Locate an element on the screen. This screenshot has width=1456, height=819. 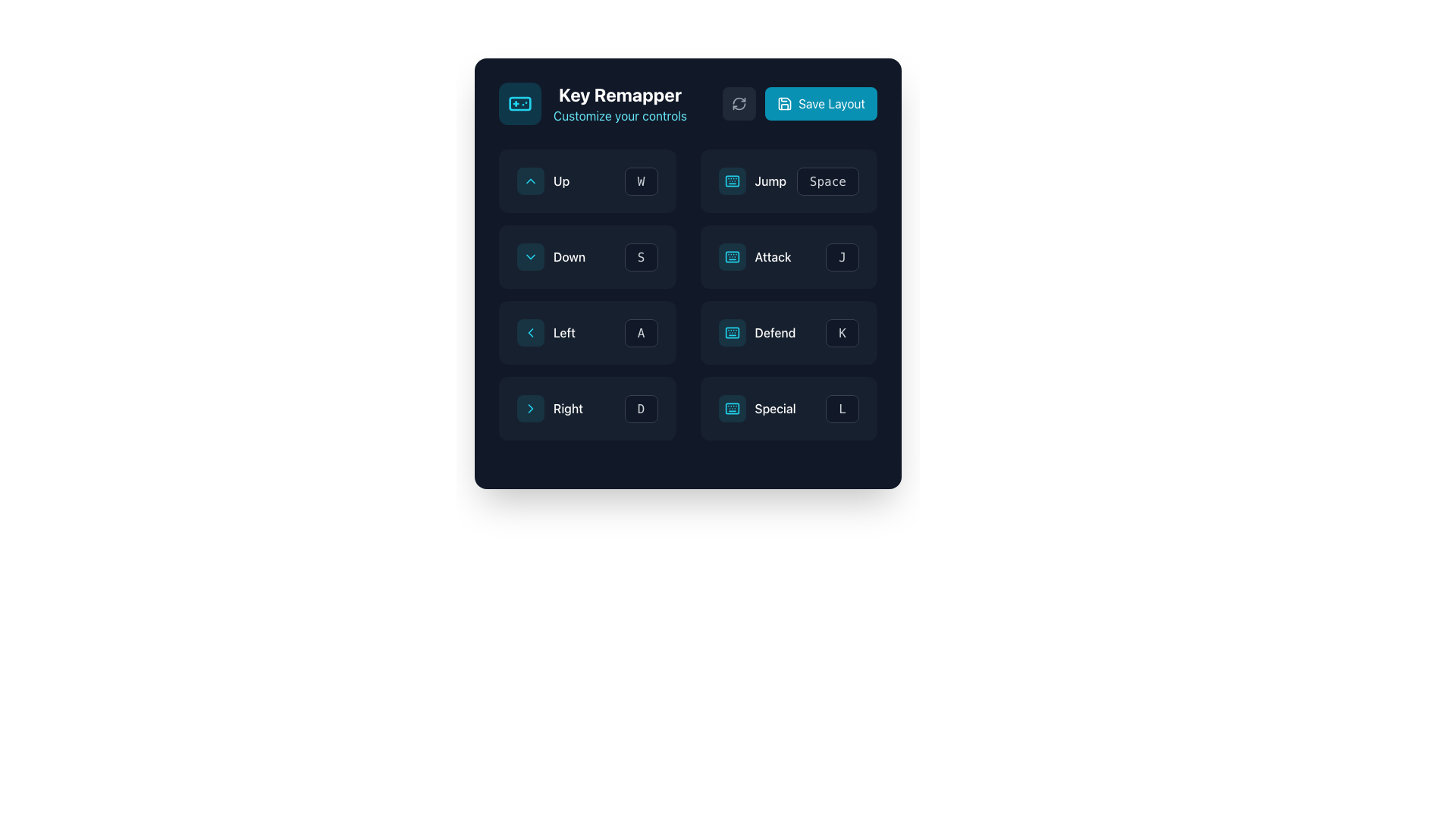
the 'Jump' control mapping button is located at coordinates (789, 180).